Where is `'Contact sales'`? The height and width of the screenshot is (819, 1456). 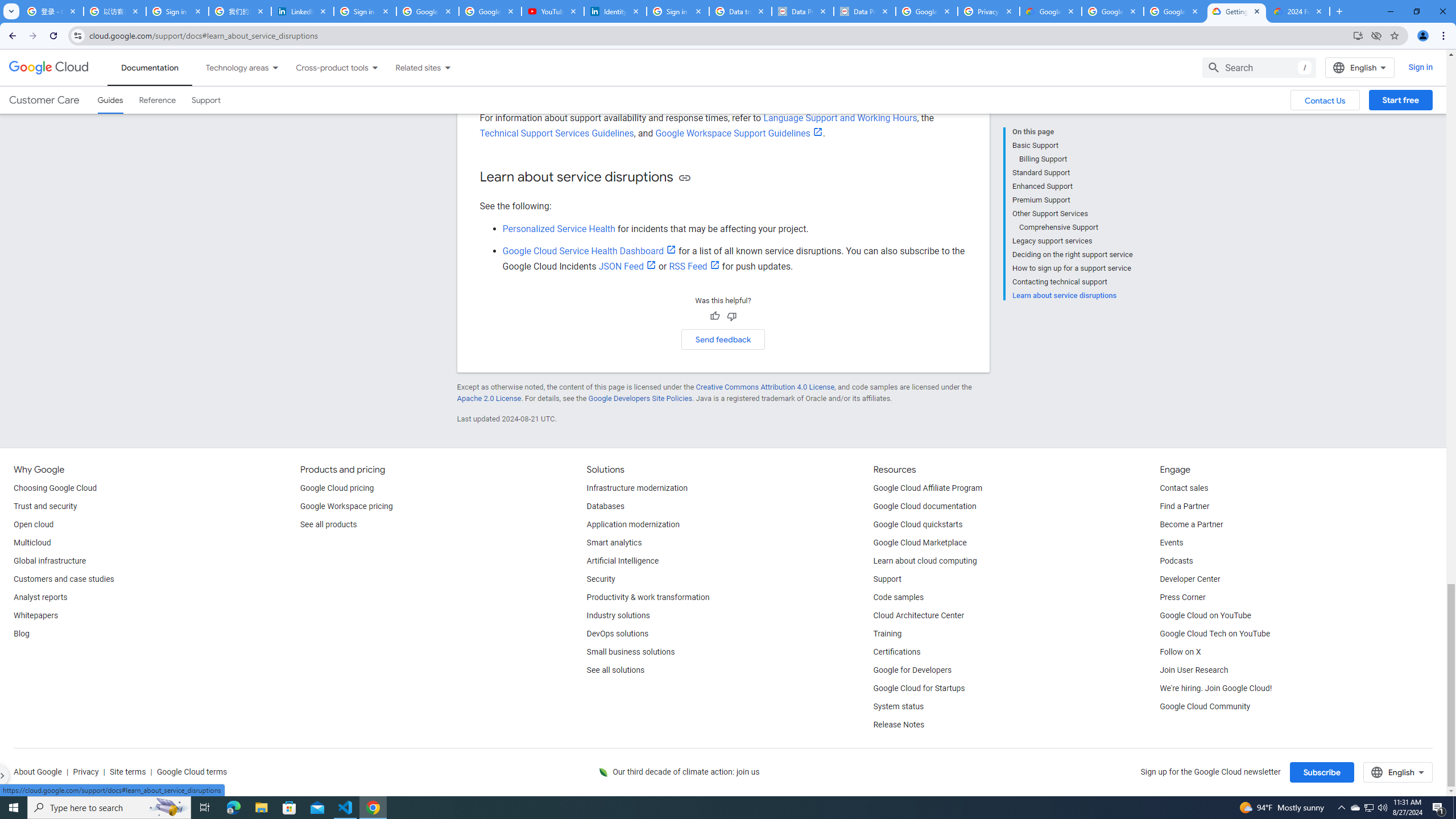 'Contact sales' is located at coordinates (1183, 487).